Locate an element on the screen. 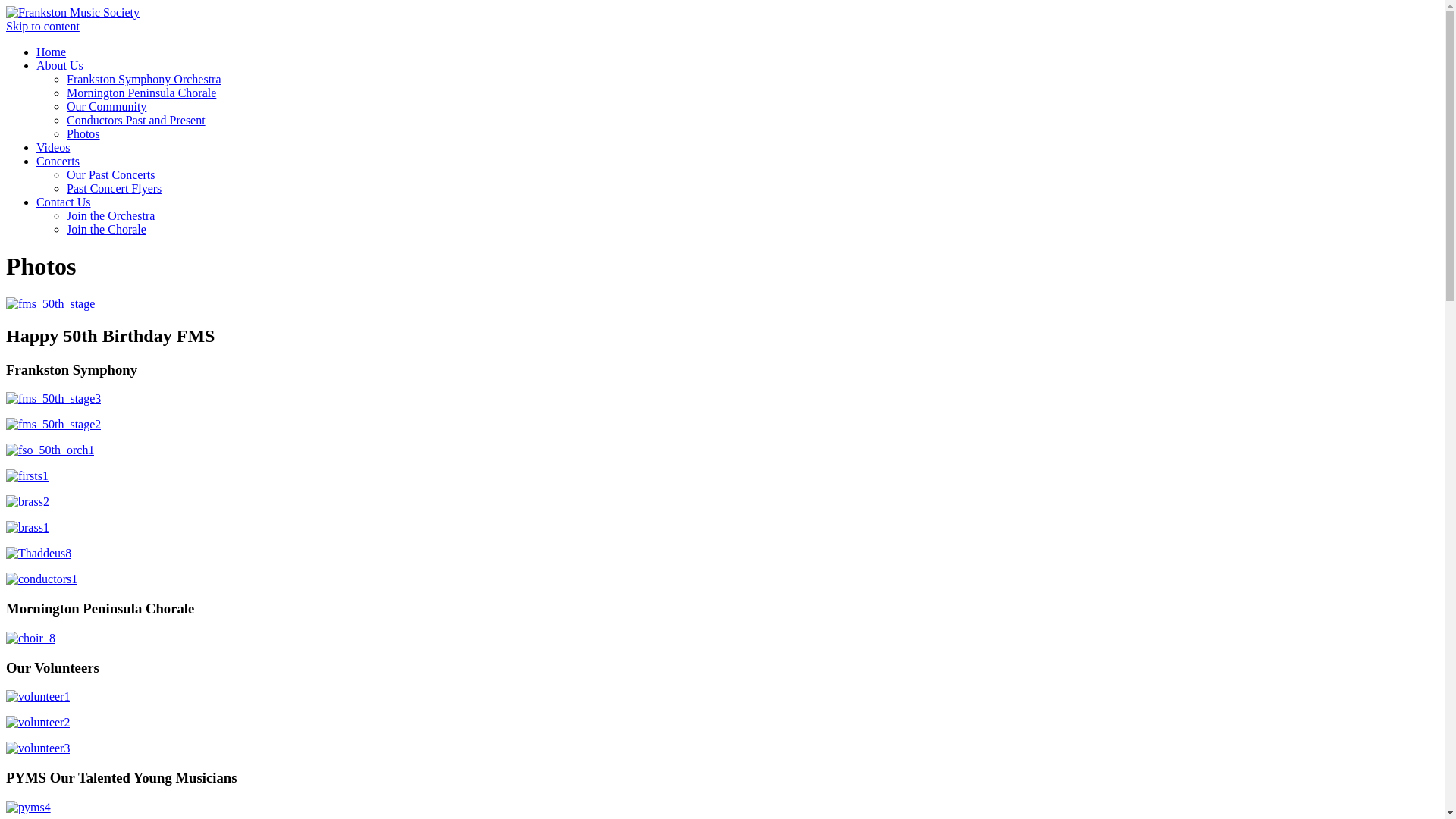 The height and width of the screenshot is (819, 1456). 'Conductors Past and Present' is located at coordinates (65, 119).